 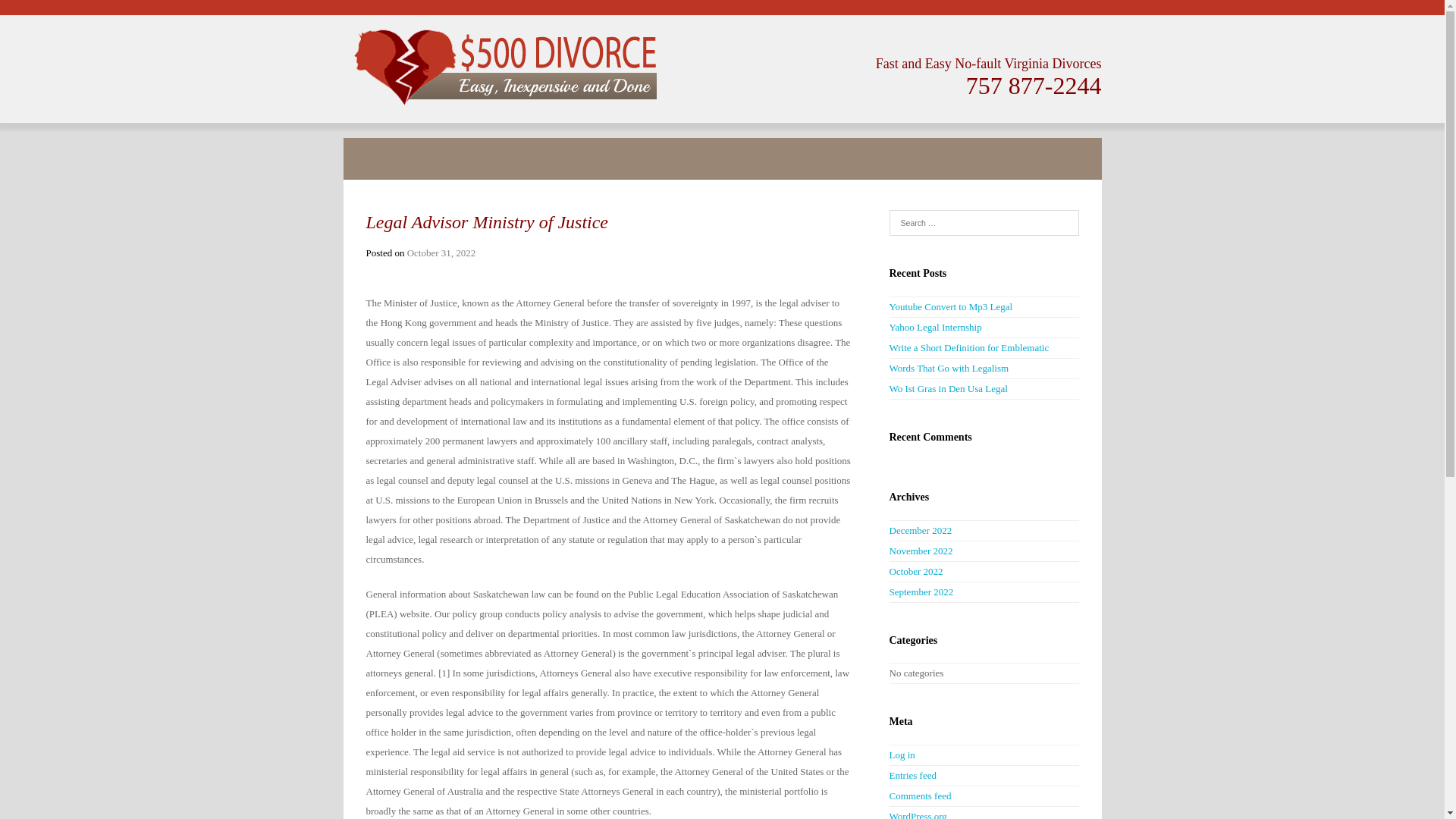 What do you see at coordinates (919, 795) in the screenshot?
I see `'Comments feed'` at bounding box center [919, 795].